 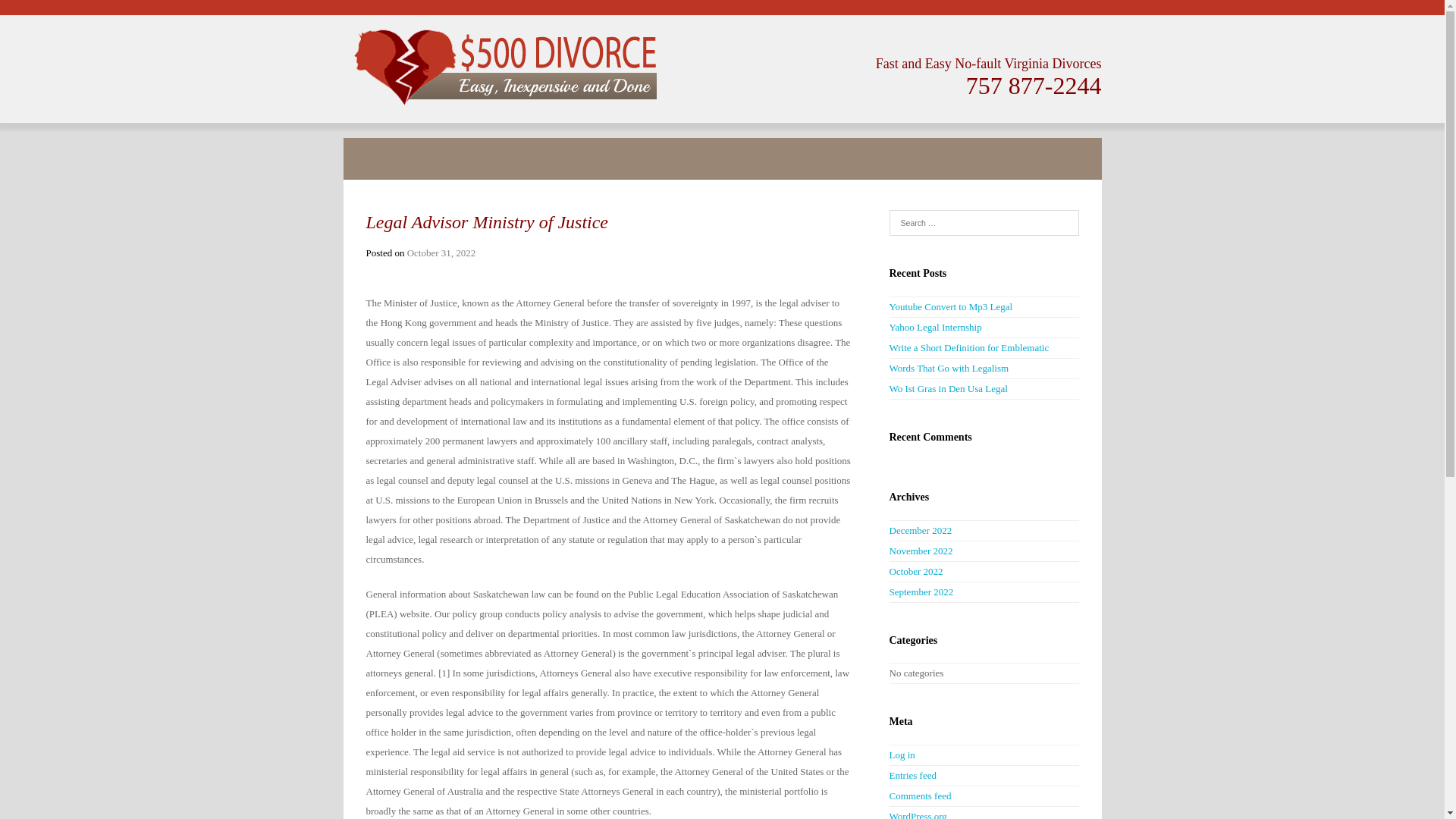 What do you see at coordinates (919, 795) in the screenshot?
I see `'Comments feed'` at bounding box center [919, 795].